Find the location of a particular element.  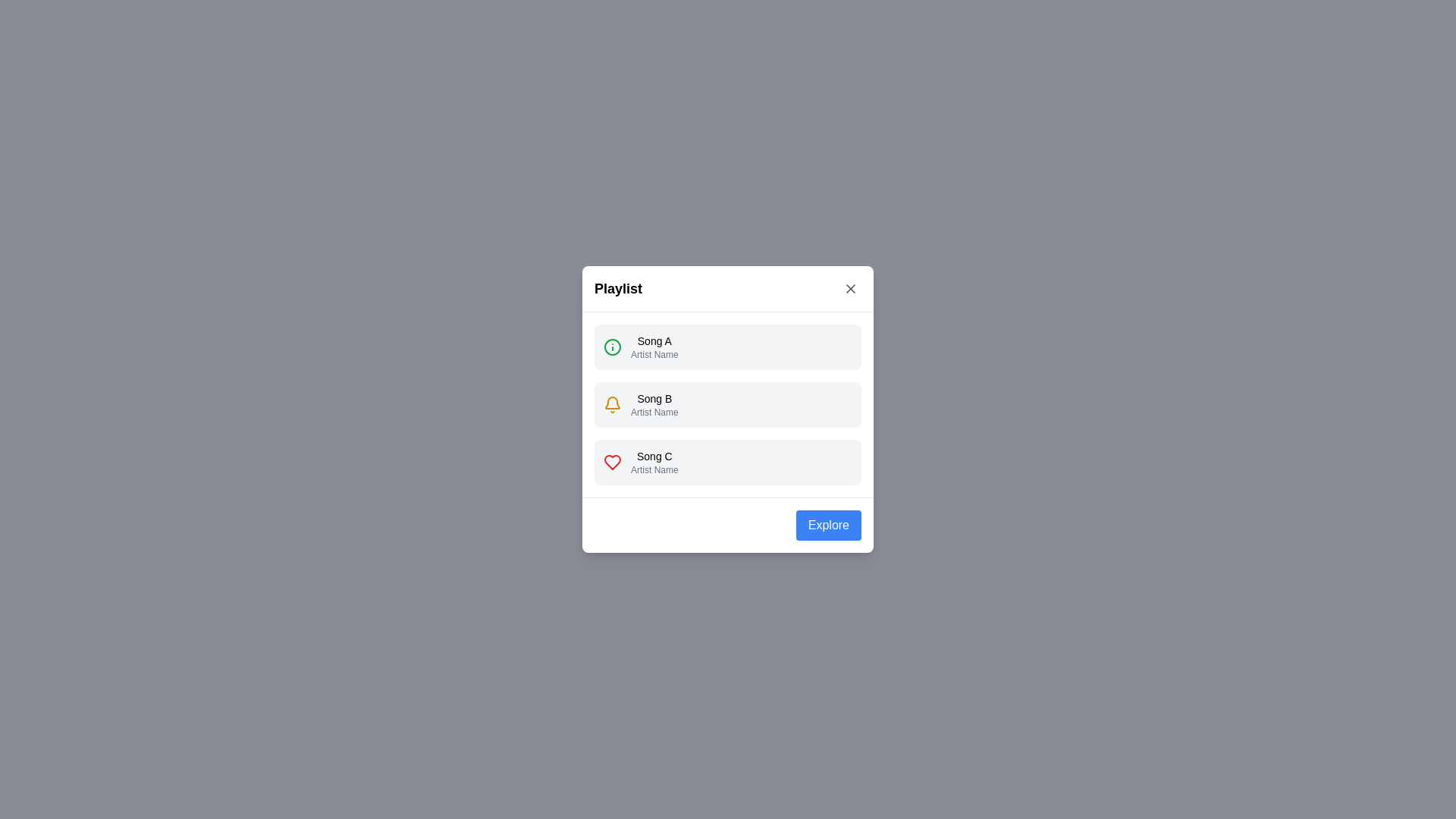

the song's type or status is located at coordinates (728, 409).